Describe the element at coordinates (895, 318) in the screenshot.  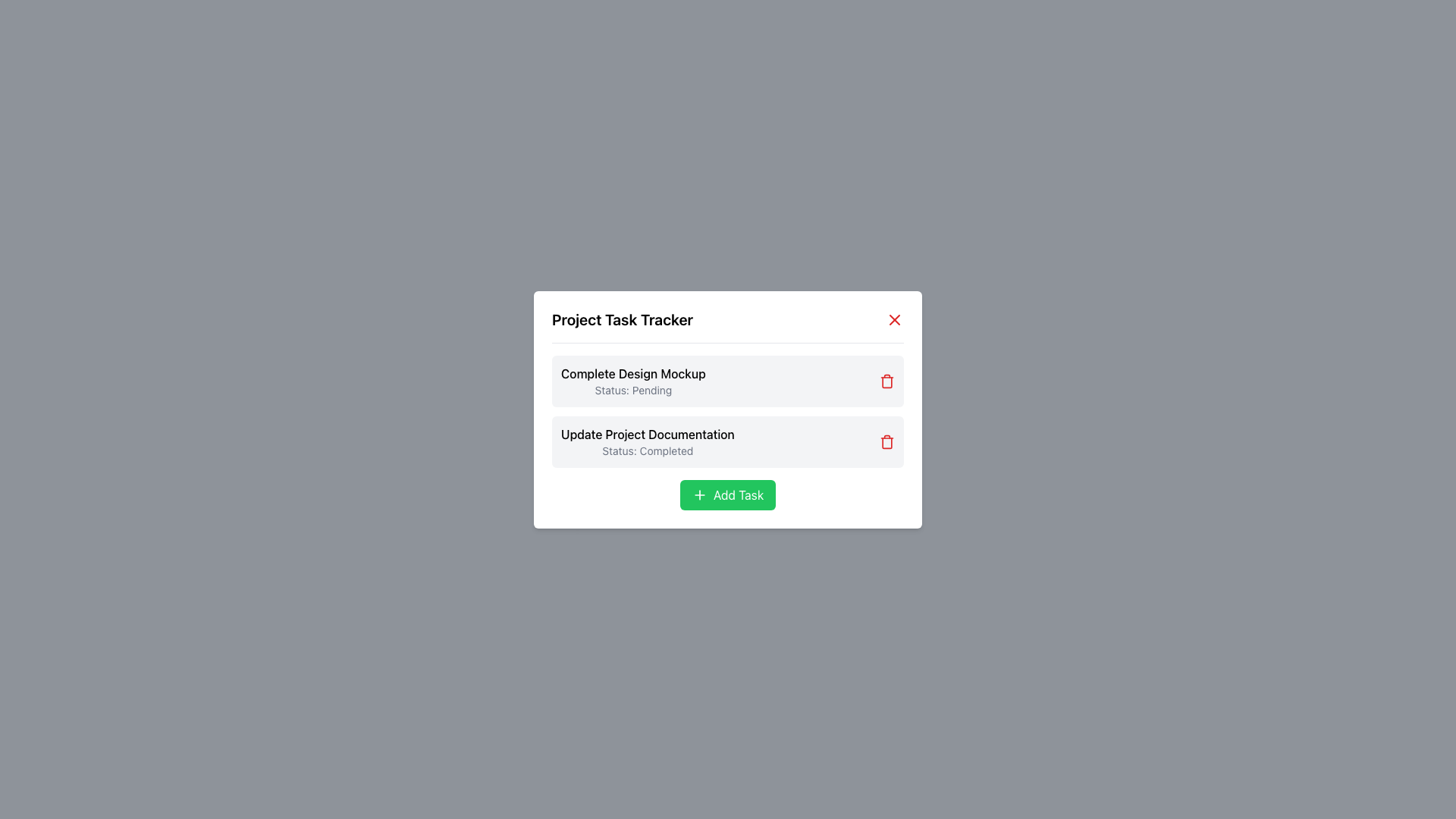
I see `the red 'X' icon in the top-right corner of the modal titled 'Project Task Tracker'` at that location.